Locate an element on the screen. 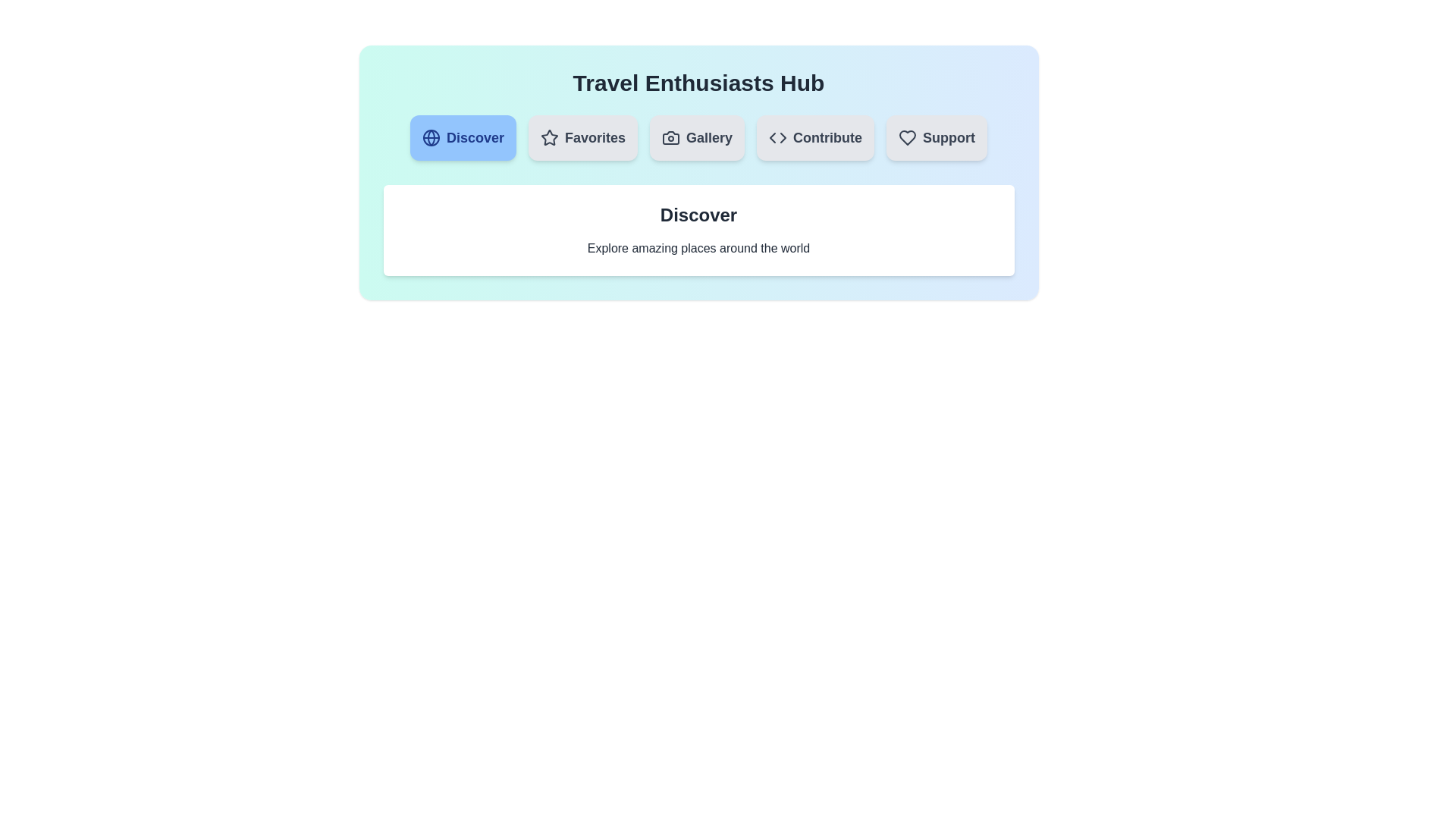  the decorative SVG icon within the 'Support' button is located at coordinates (908, 137).